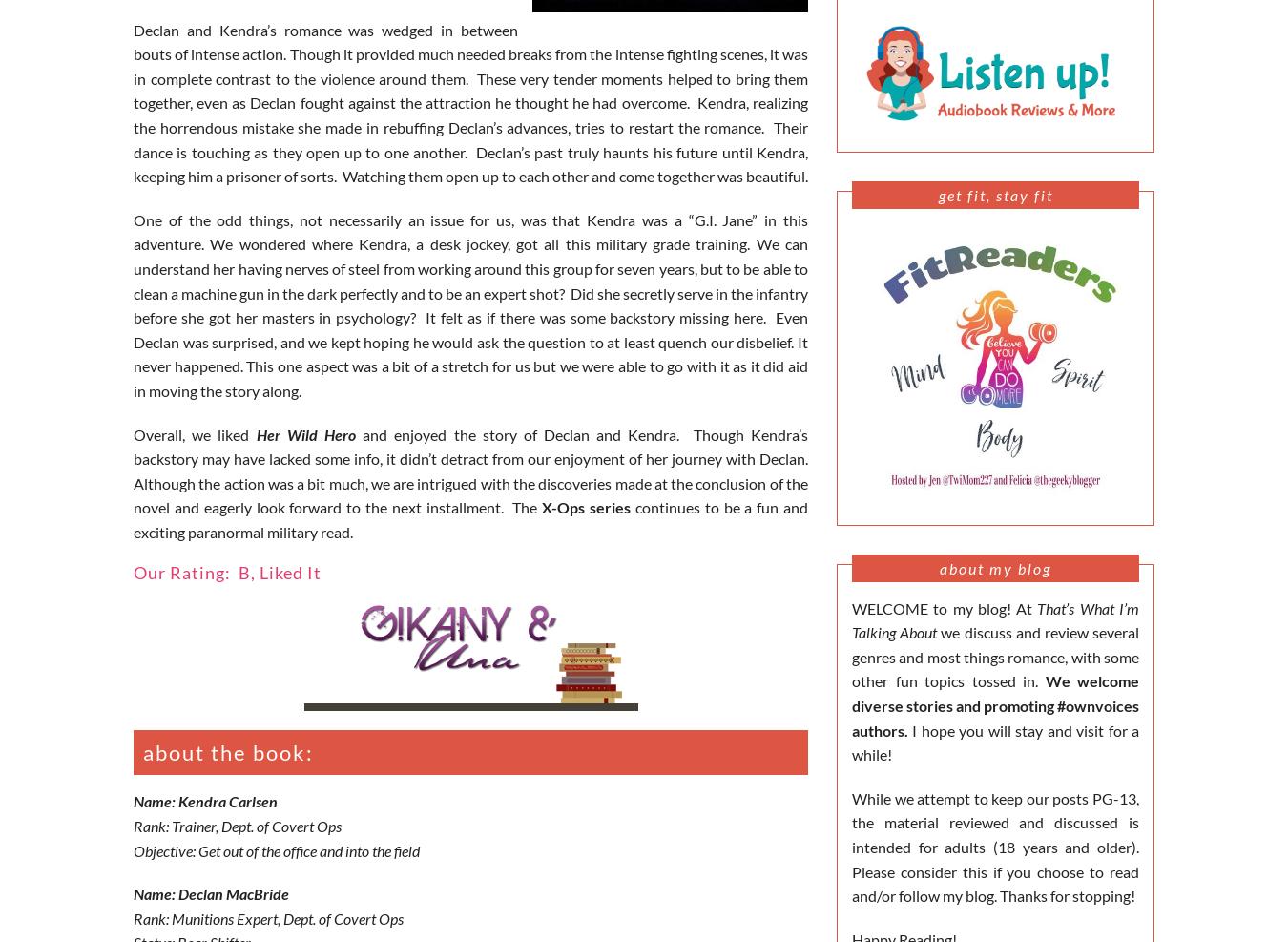 The height and width of the screenshot is (942, 1288). What do you see at coordinates (995, 566) in the screenshot?
I see `'About My Blog'` at bounding box center [995, 566].